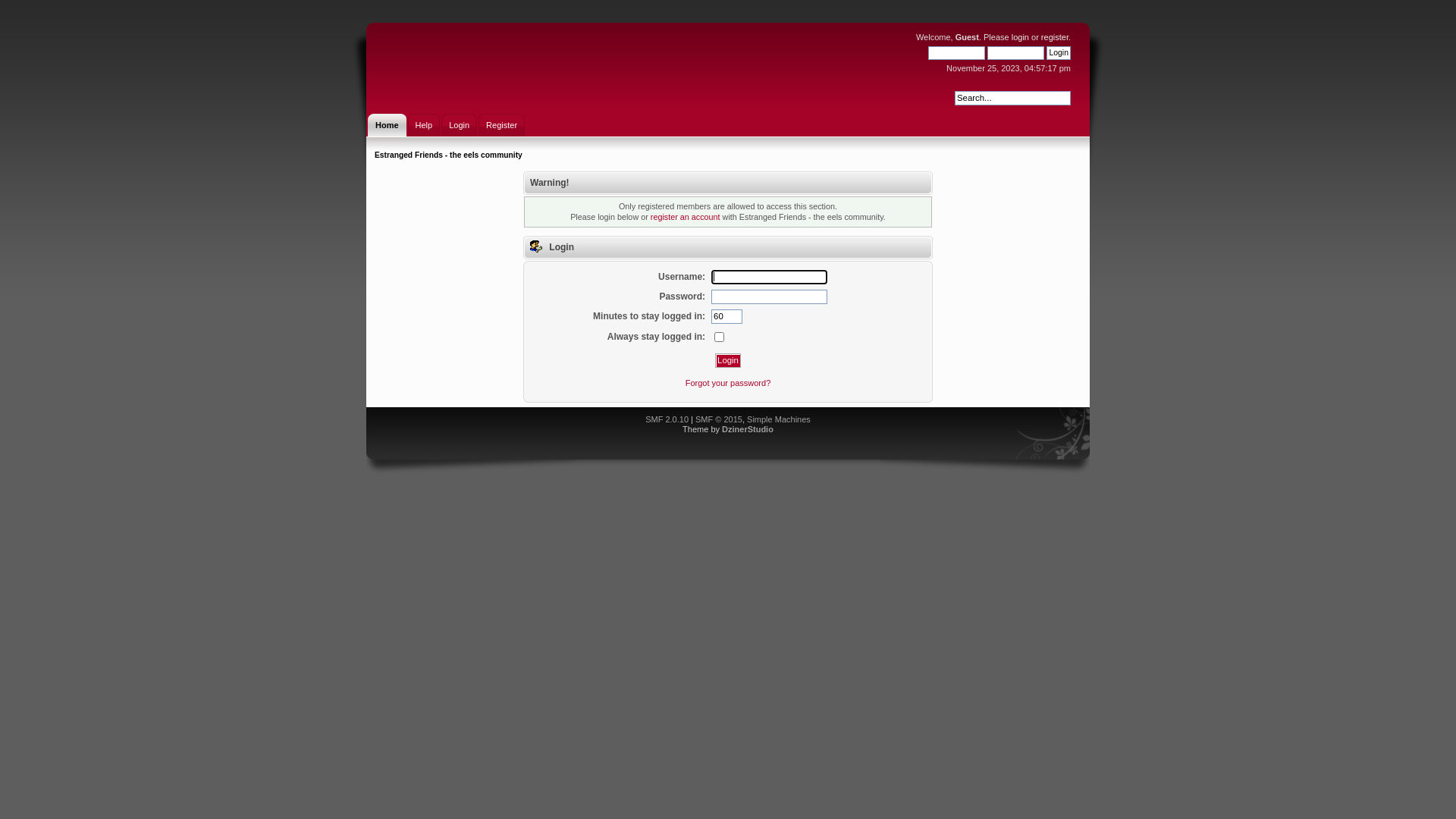  What do you see at coordinates (1040, 36) in the screenshot?
I see `'register'` at bounding box center [1040, 36].